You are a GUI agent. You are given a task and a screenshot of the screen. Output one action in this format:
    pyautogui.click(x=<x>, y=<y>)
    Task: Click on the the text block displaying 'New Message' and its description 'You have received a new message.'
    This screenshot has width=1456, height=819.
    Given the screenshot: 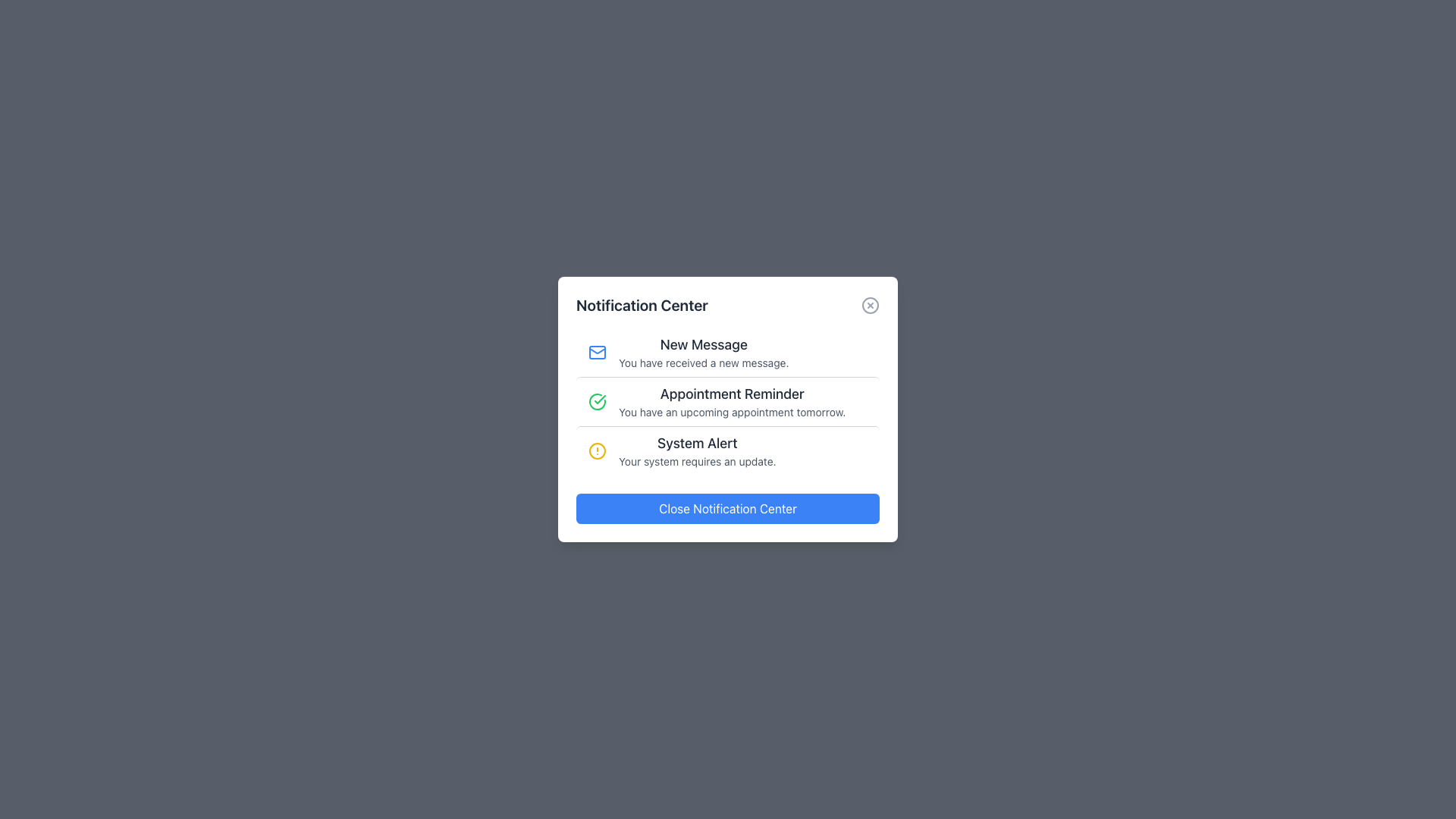 What is the action you would take?
    pyautogui.click(x=703, y=353)
    